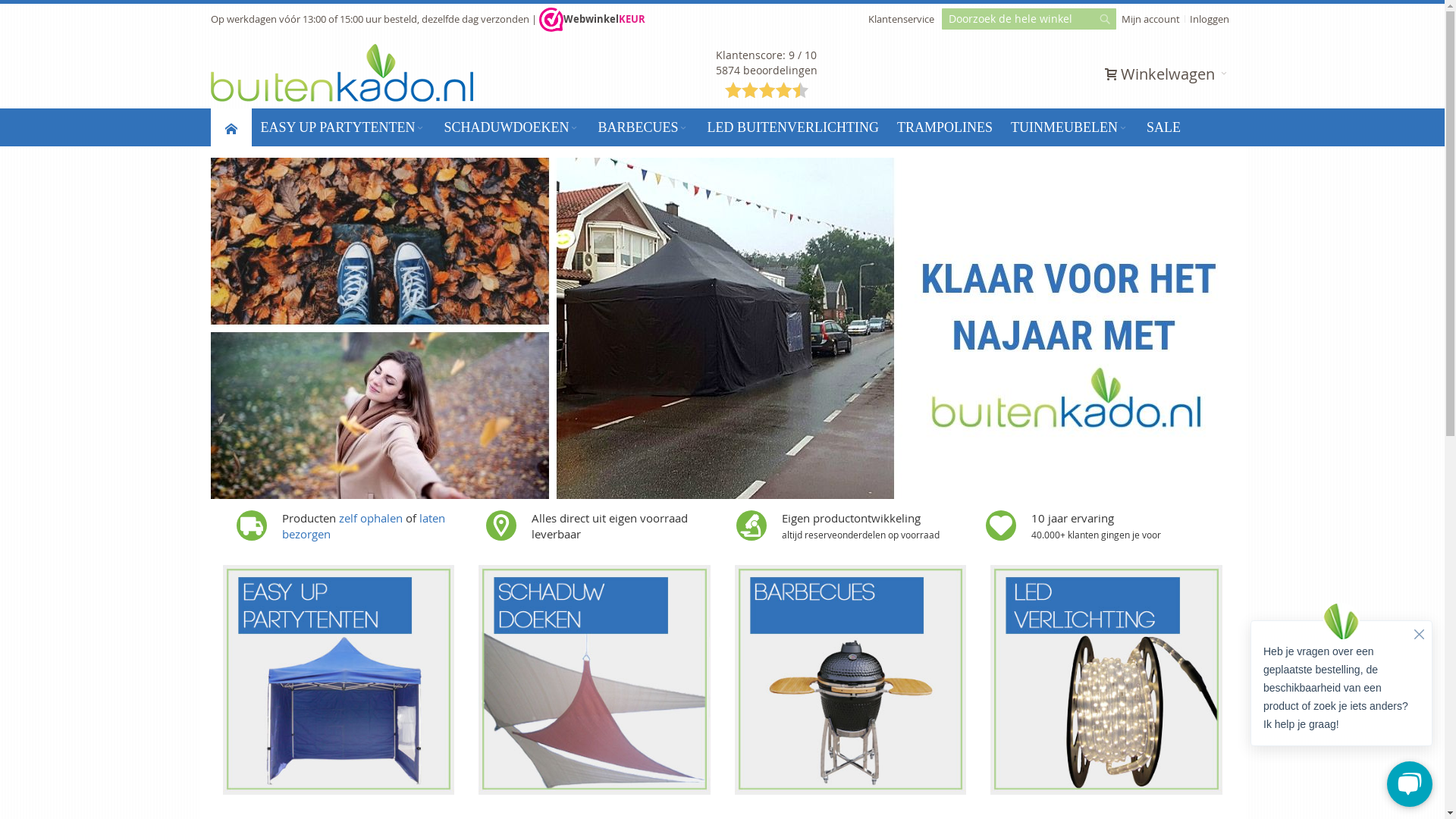 The image size is (1456, 819). Describe the element at coordinates (1103, 23) in the screenshot. I see `'Zoek'` at that location.